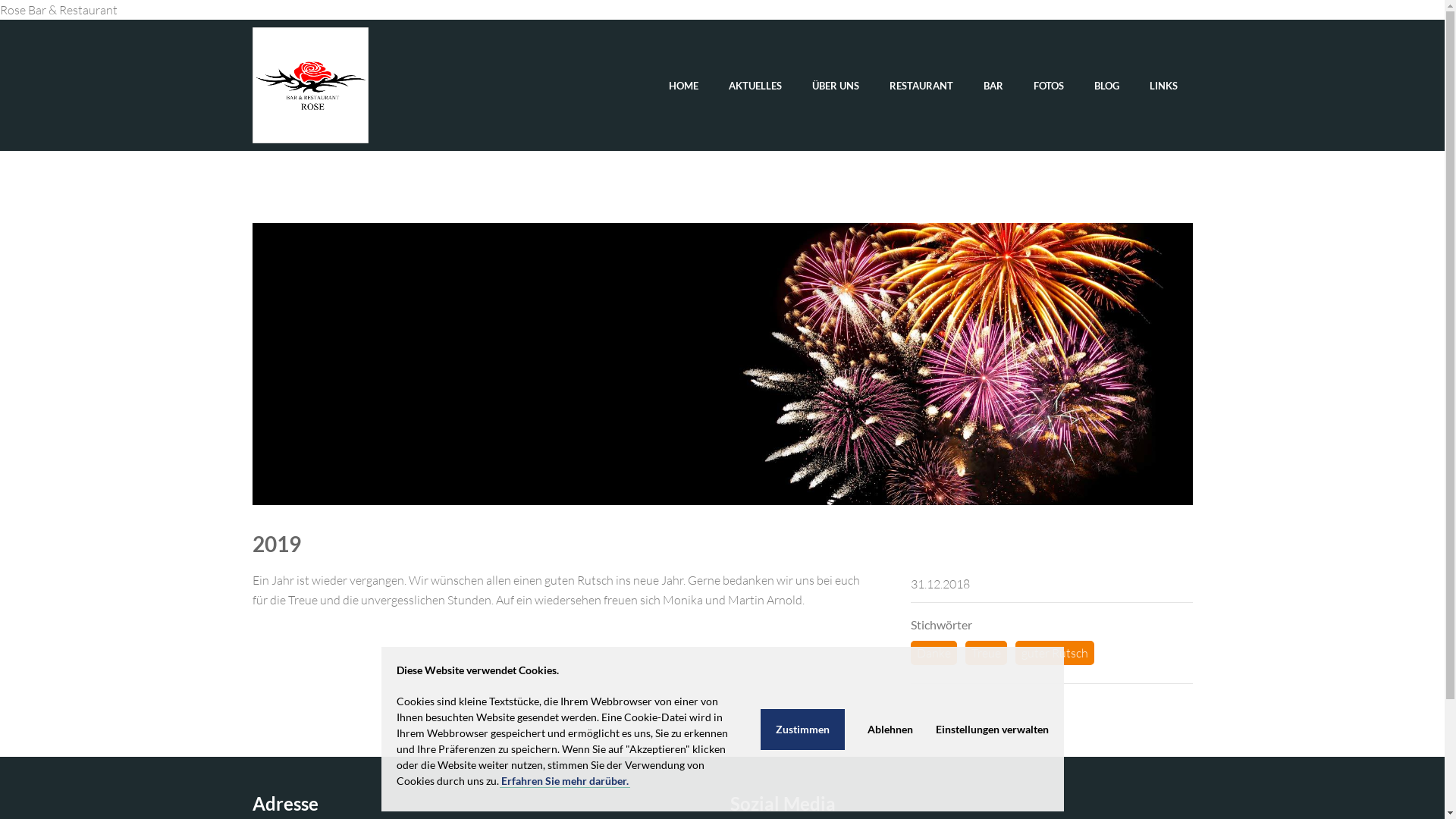 The image size is (1456, 819). What do you see at coordinates (760, 727) in the screenshot?
I see `'Zustimmen'` at bounding box center [760, 727].